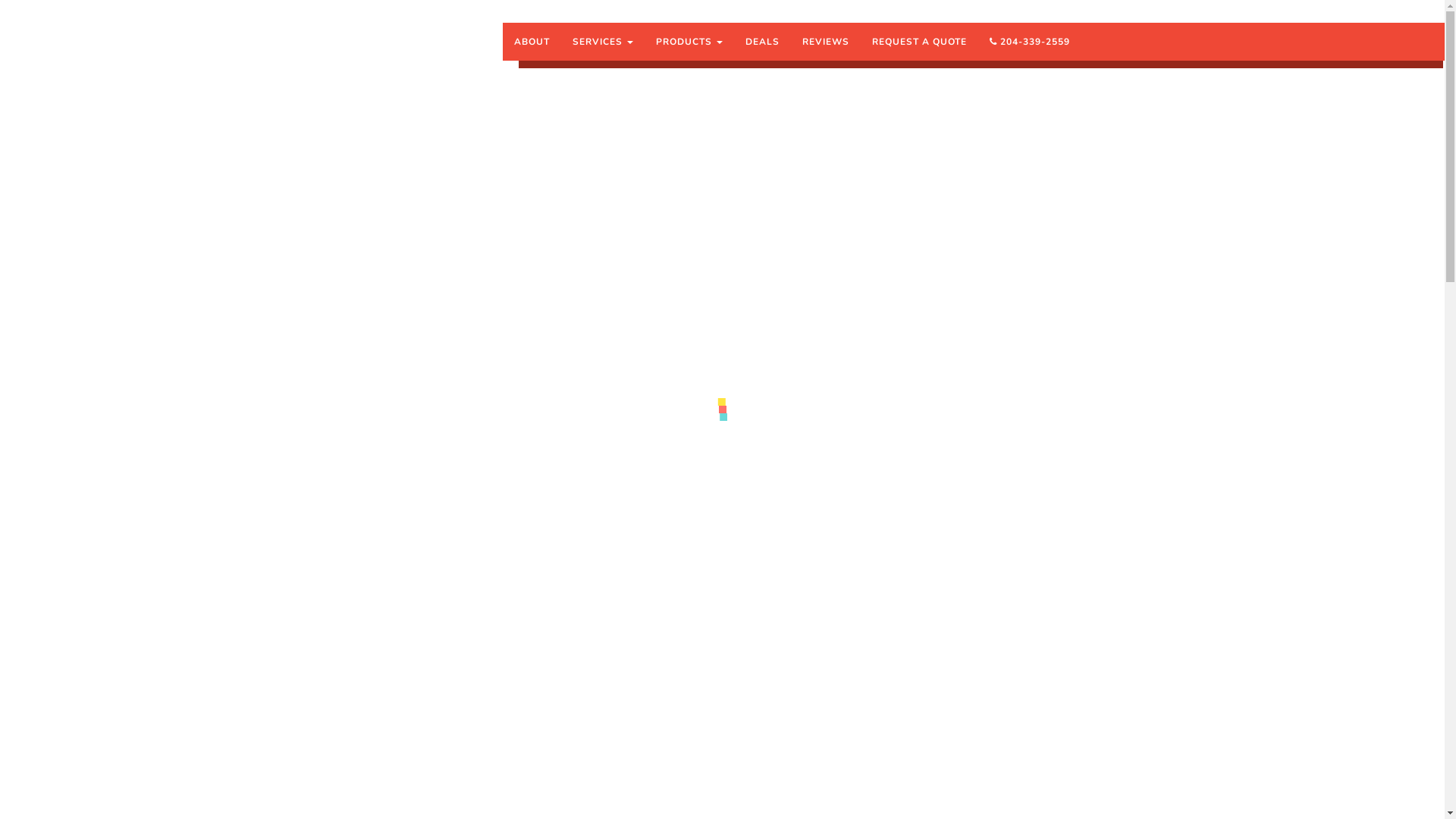  I want to click on '204-339-2559', so click(1030, 40).